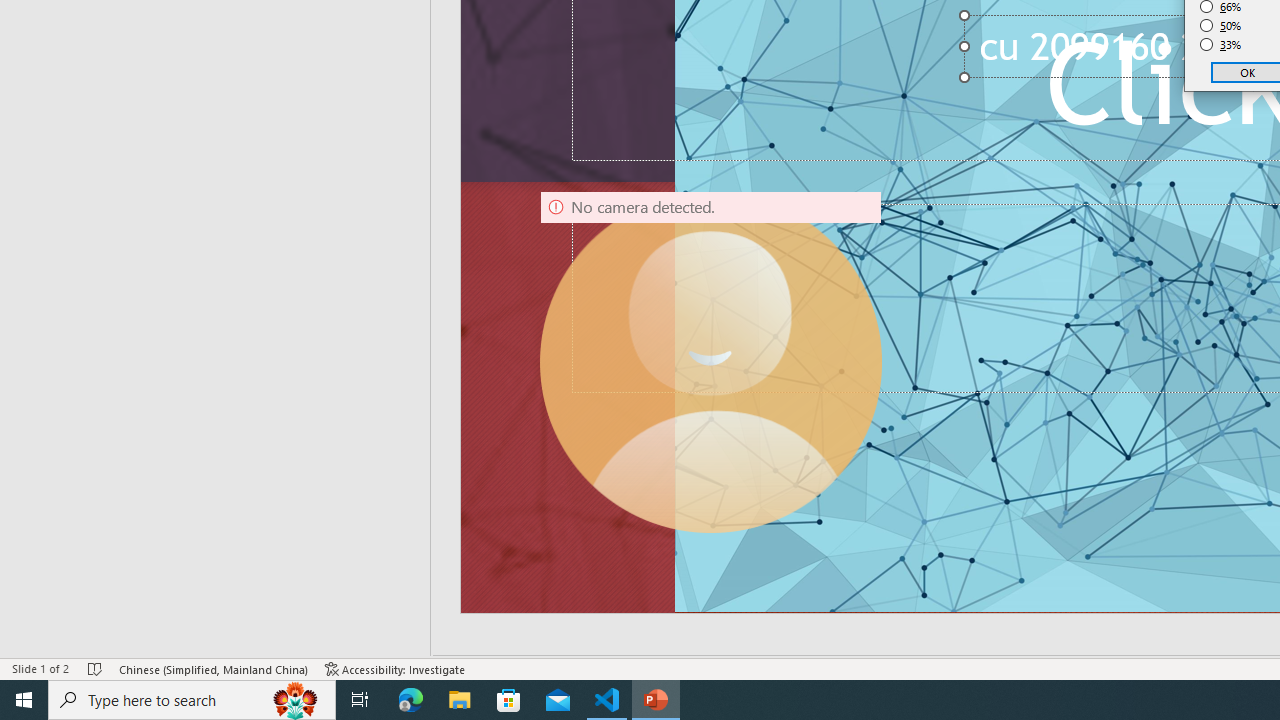 Image resolution: width=1280 pixels, height=720 pixels. I want to click on 'Visual Studio Code - 1 running window', so click(606, 698).